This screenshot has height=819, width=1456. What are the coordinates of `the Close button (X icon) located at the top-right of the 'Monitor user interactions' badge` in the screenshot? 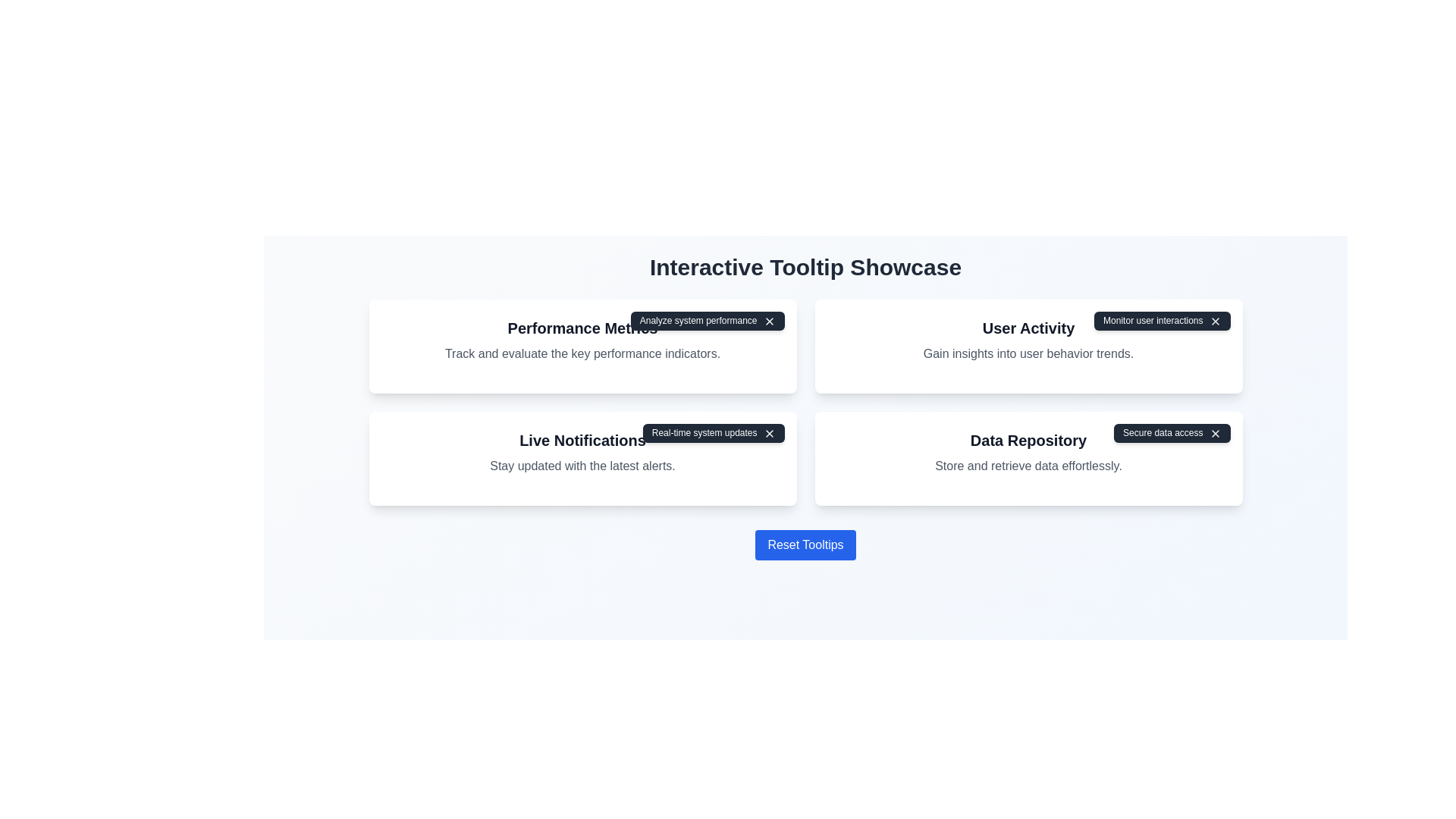 It's located at (1215, 320).